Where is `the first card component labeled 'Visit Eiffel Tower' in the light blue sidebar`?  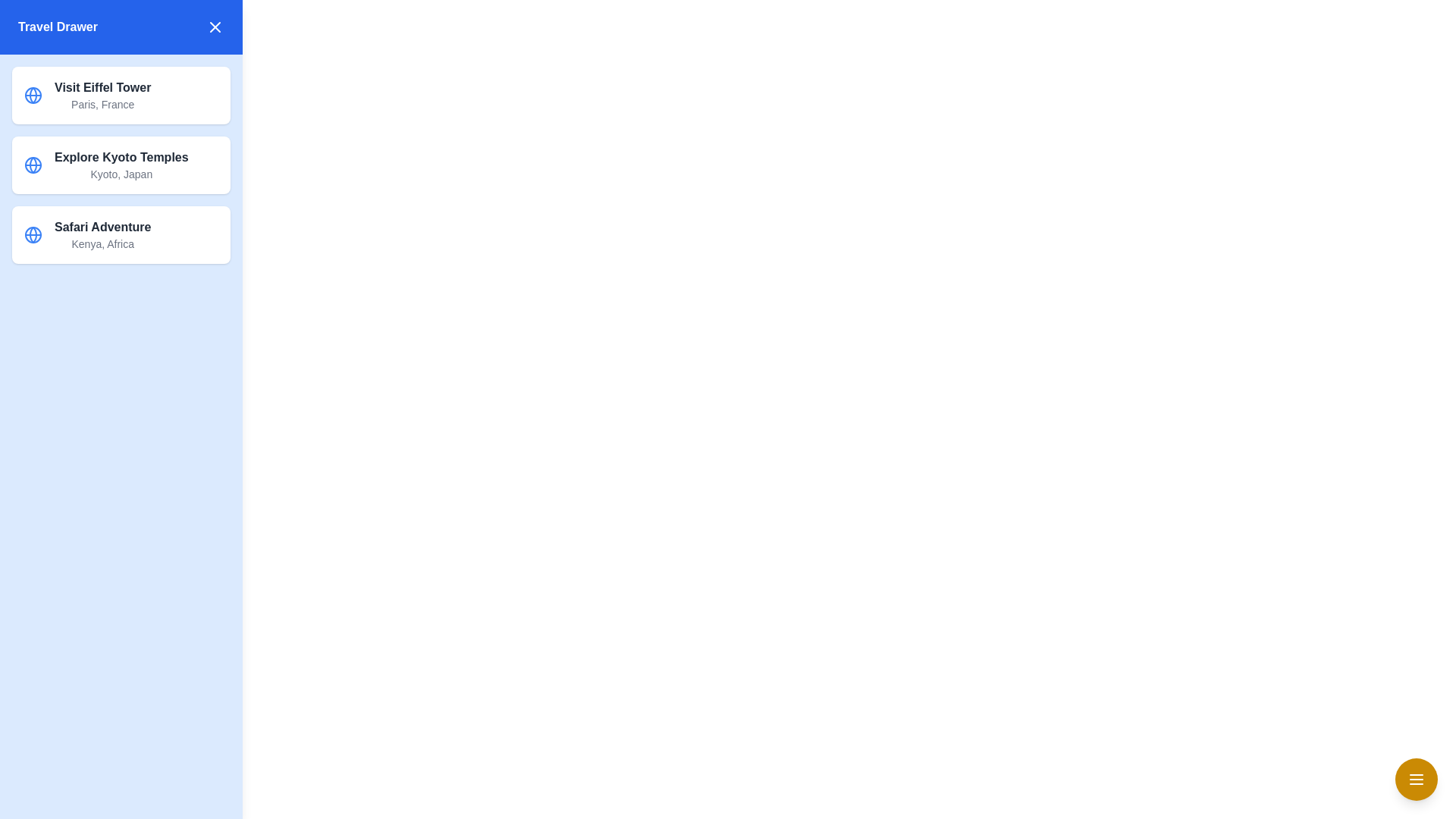 the first card component labeled 'Visit Eiffel Tower' in the light blue sidebar is located at coordinates (120, 96).